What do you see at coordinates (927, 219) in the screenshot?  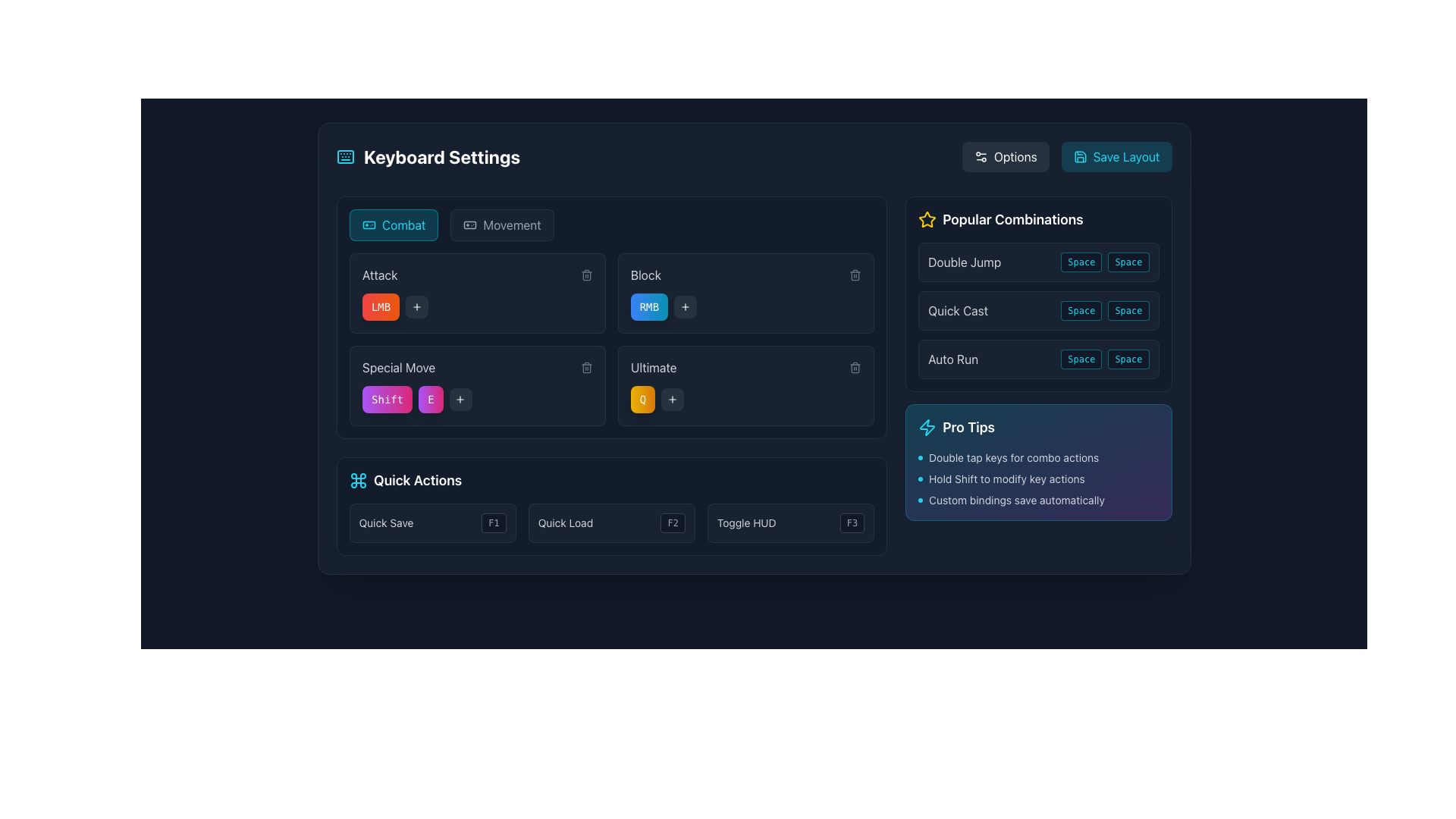 I see `the outlined star icon, which is a five-pointed star outlined in yellow, located near the top-right corner of the interface adjacent to the 'Popular Combinations' header` at bounding box center [927, 219].